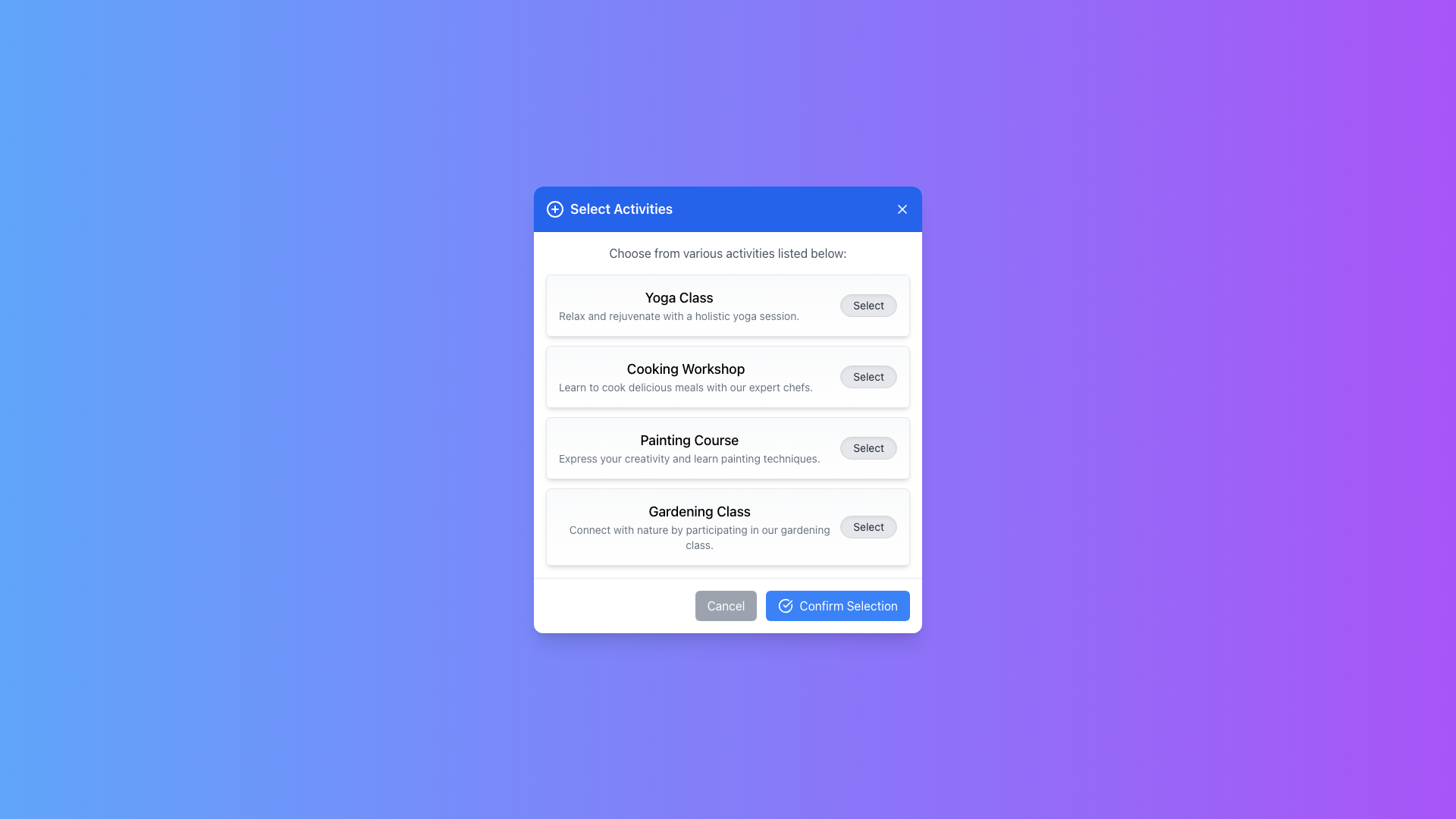 This screenshot has height=819, width=1456. Describe the element at coordinates (685, 369) in the screenshot. I see `the 'Cooking Workshop' text label, which is styled in medium-bold black font and located prominently in the middle section of a rectangular card layout` at that location.